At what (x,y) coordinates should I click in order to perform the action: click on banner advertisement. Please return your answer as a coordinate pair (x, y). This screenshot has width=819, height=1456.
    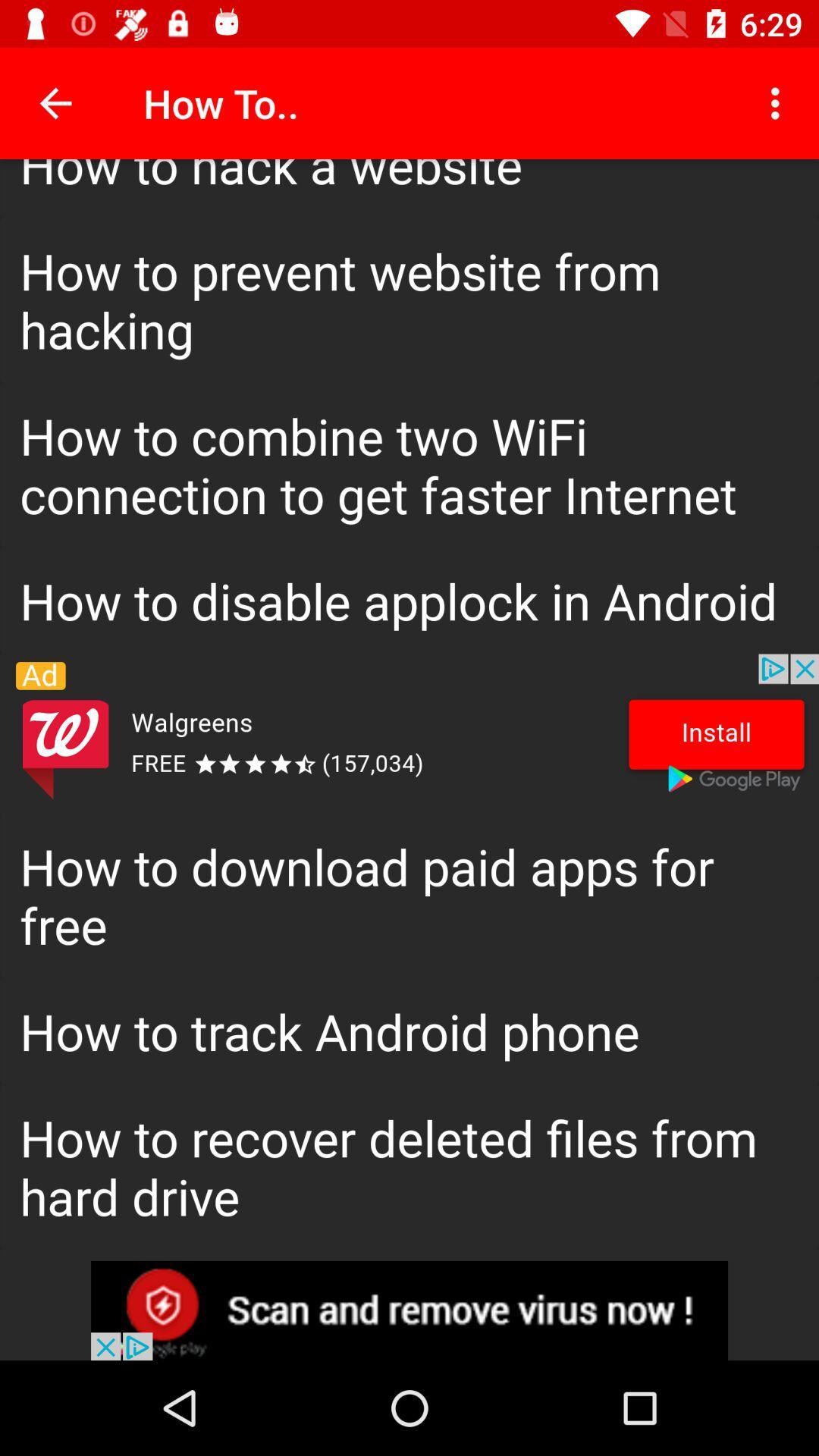
    Looking at the image, I should click on (409, 733).